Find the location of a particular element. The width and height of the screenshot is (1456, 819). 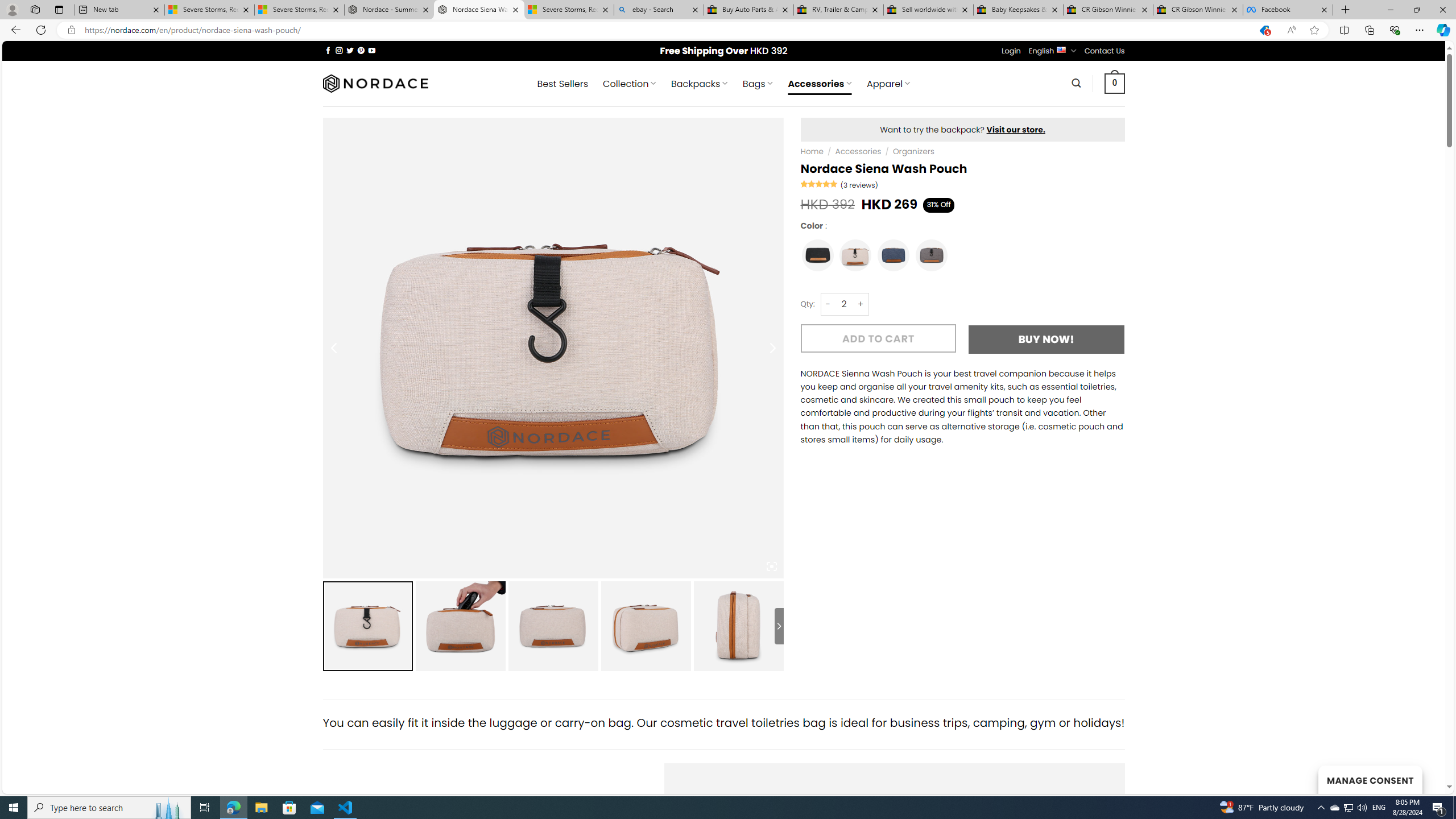

' 0 ' is located at coordinates (1115, 82).